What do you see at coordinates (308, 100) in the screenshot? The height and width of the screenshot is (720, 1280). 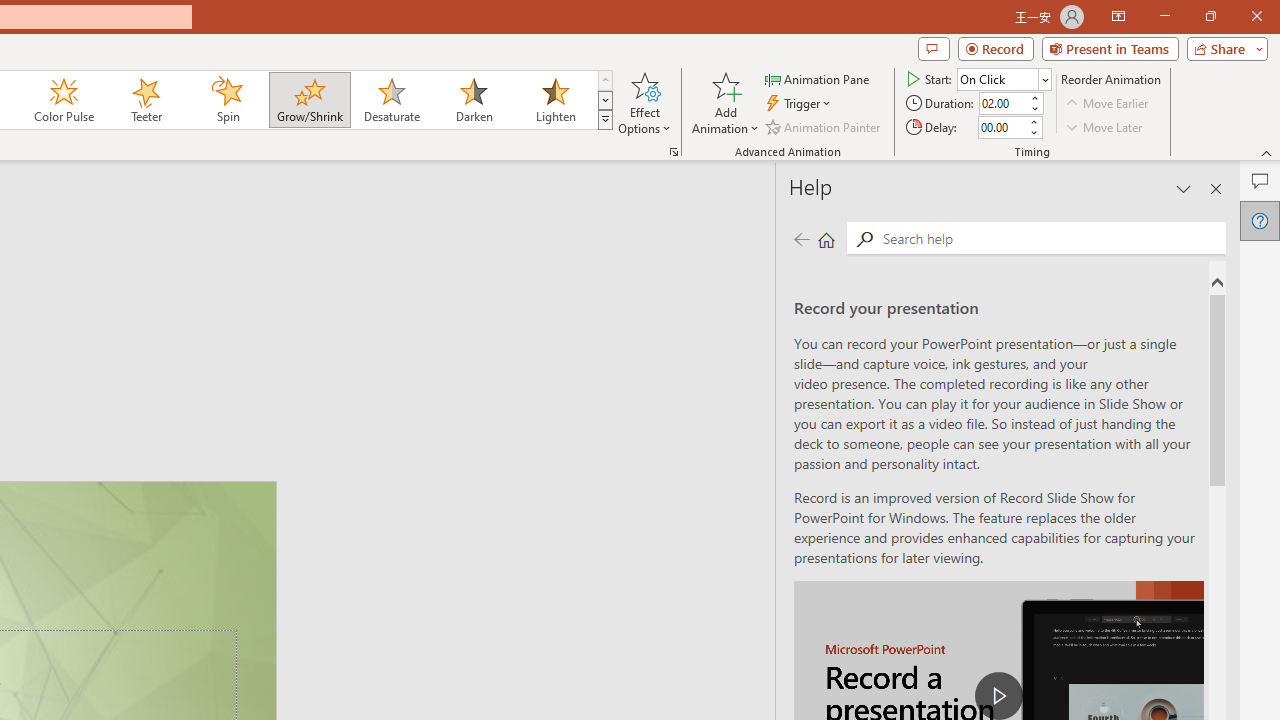 I see `'Grow/Shrink'` at bounding box center [308, 100].